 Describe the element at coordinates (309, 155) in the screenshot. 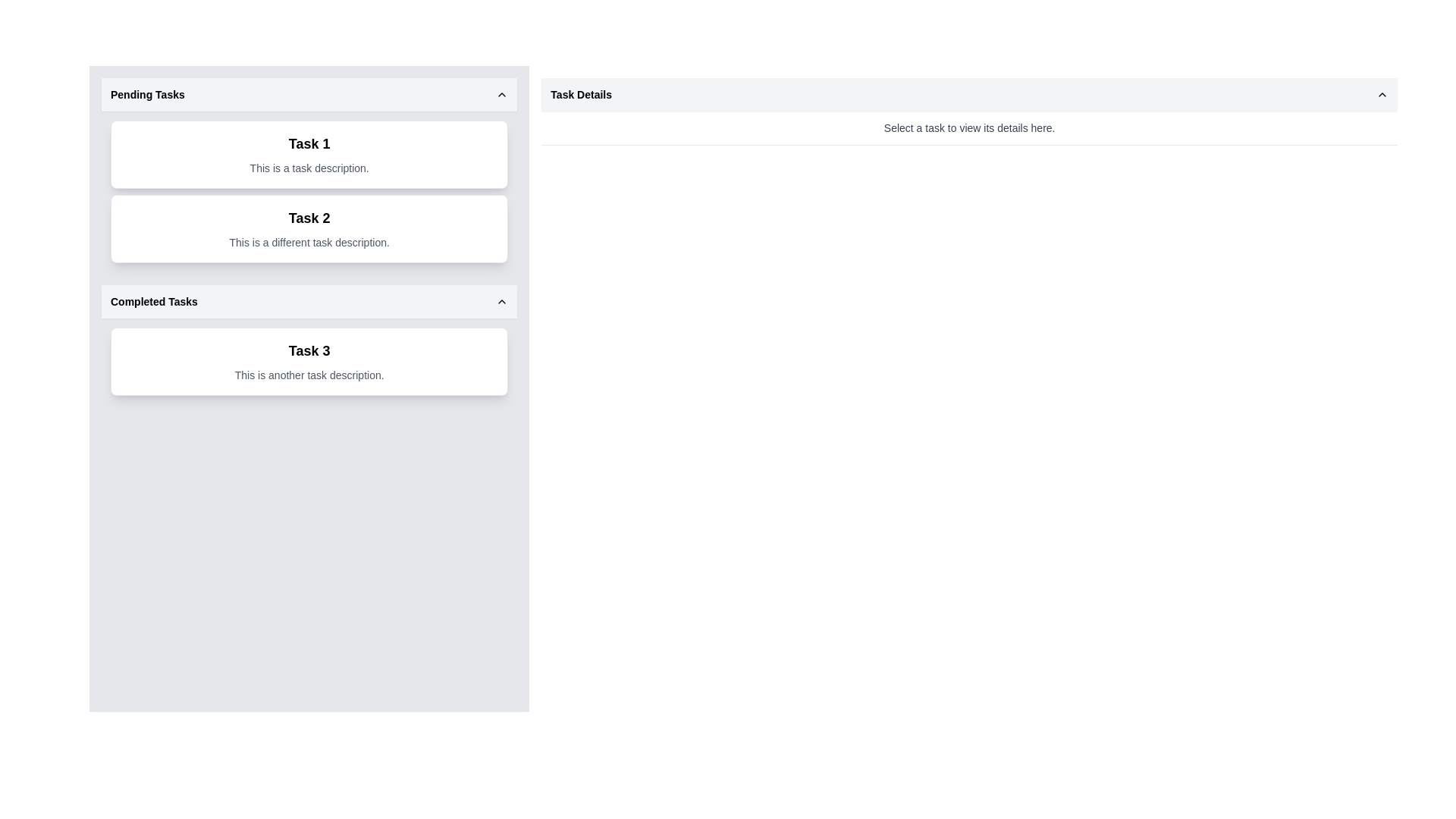

I see `the first task card in the 'Pending Tasks' section, which contains the title 'Task 1' and a description below it` at that location.